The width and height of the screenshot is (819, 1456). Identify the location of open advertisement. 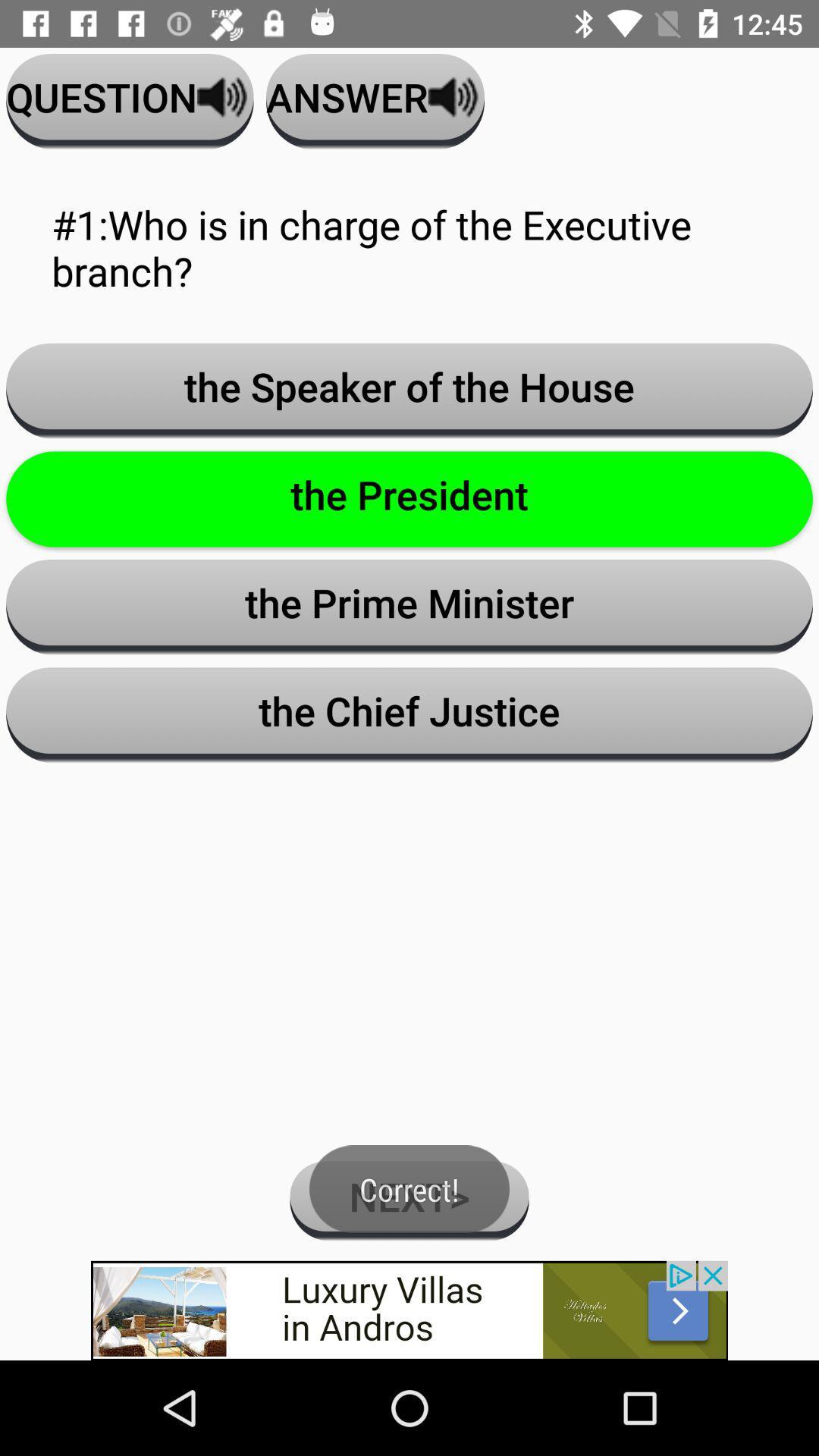
(409, 1310).